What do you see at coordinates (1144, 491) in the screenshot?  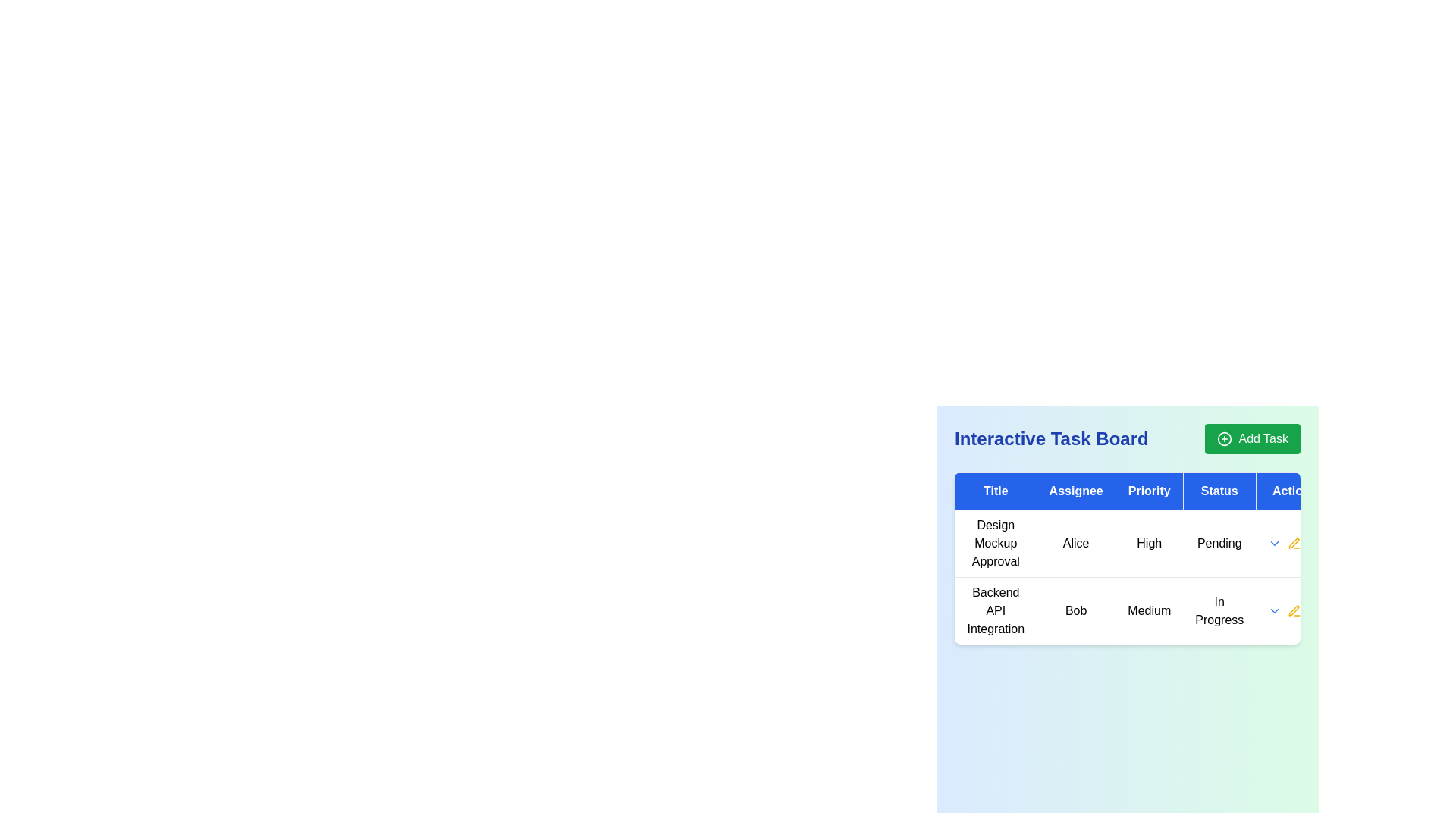 I see `text content of the blue rectangular header cell labeled 'Priority', which is the third header cell in the table row` at bounding box center [1144, 491].